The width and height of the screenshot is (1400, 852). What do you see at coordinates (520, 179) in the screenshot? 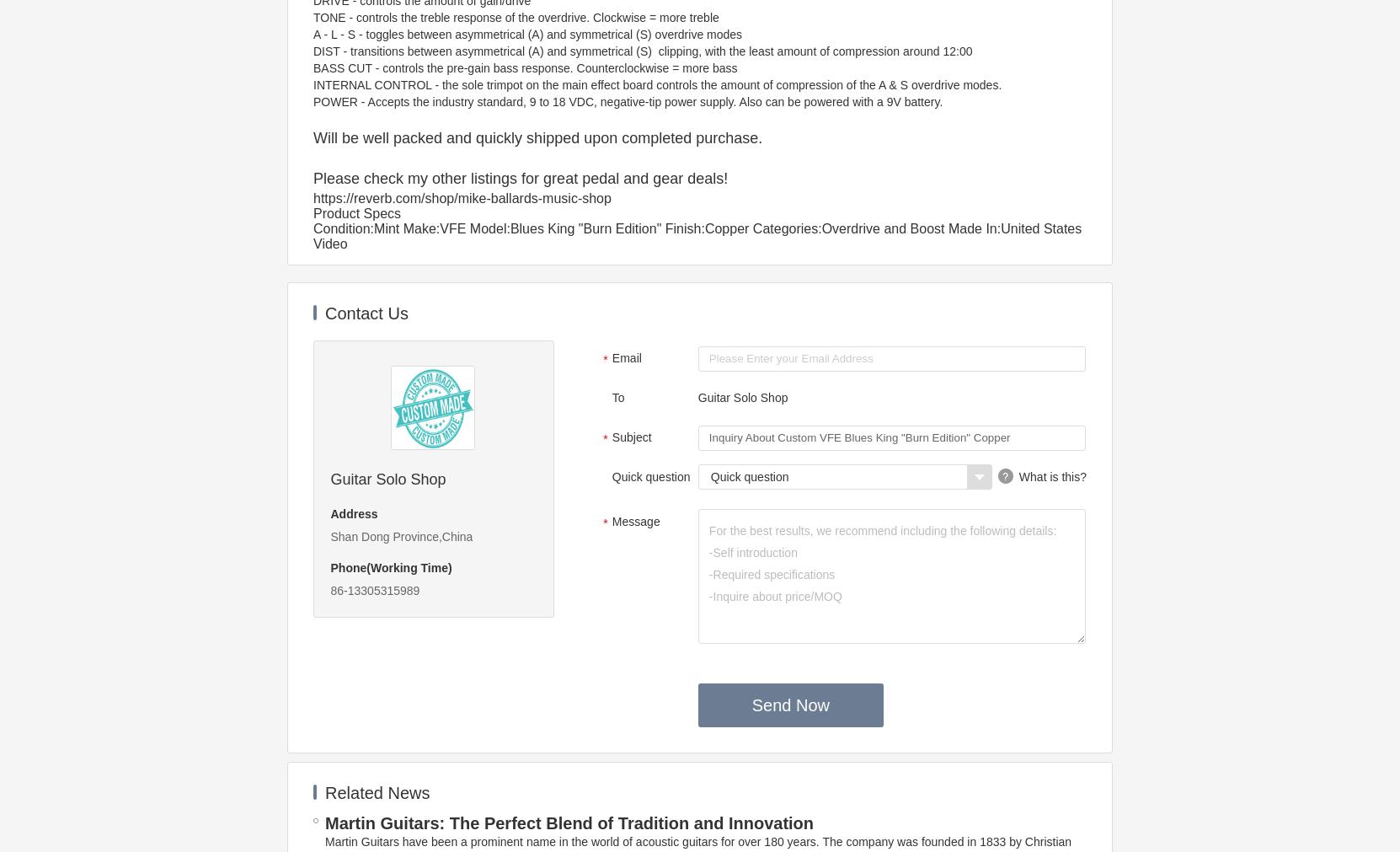
I see `'Please check my other listings for great pedal and gear deals!'` at bounding box center [520, 179].